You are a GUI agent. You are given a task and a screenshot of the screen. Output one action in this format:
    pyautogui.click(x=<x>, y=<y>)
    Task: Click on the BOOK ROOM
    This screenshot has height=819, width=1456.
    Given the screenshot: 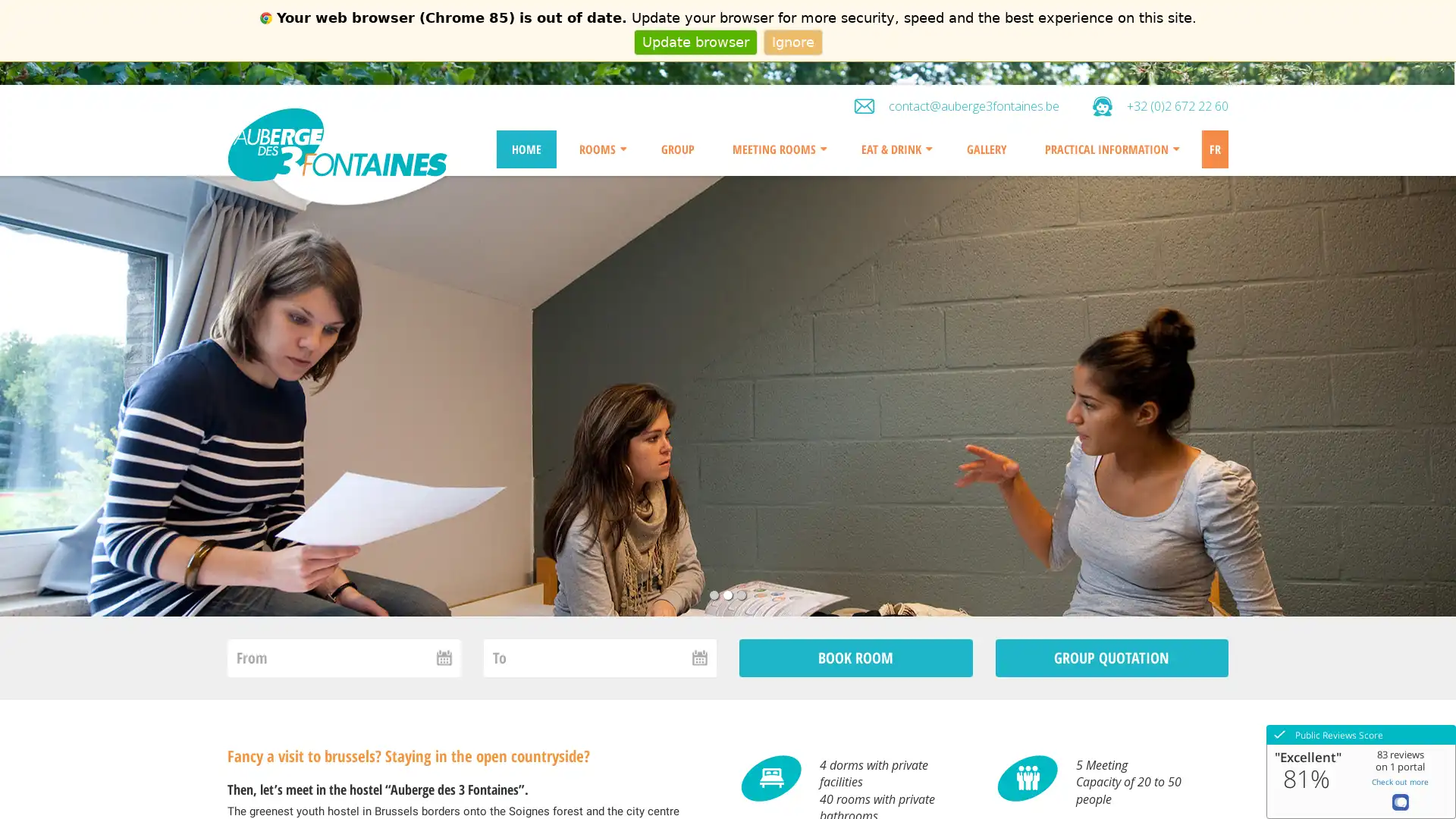 What is the action you would take?
    pyautogui.click(x=855, y=657)
    